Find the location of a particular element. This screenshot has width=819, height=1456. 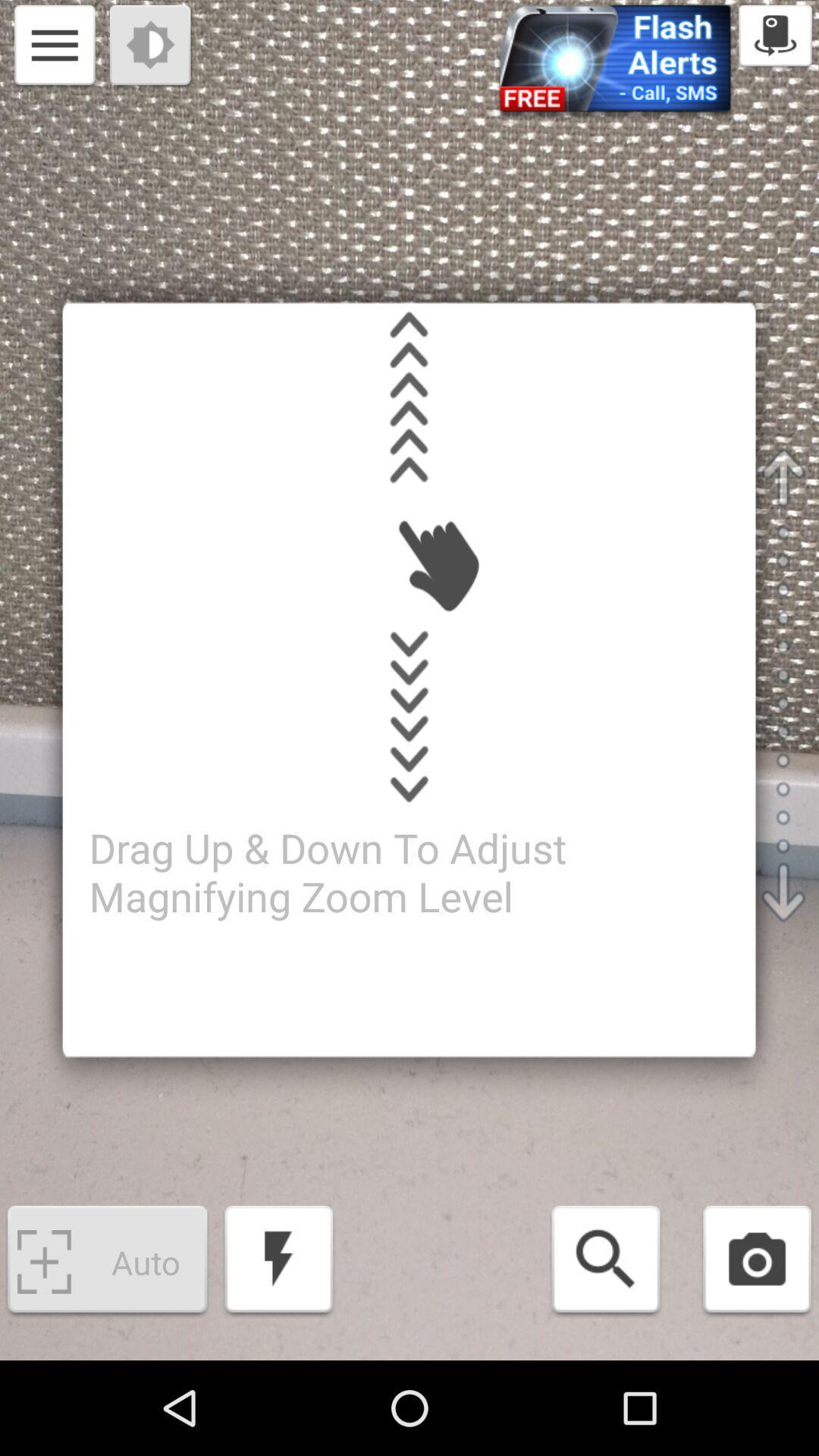

the icon which is at top right to the page is located at coordinates (775, 37).